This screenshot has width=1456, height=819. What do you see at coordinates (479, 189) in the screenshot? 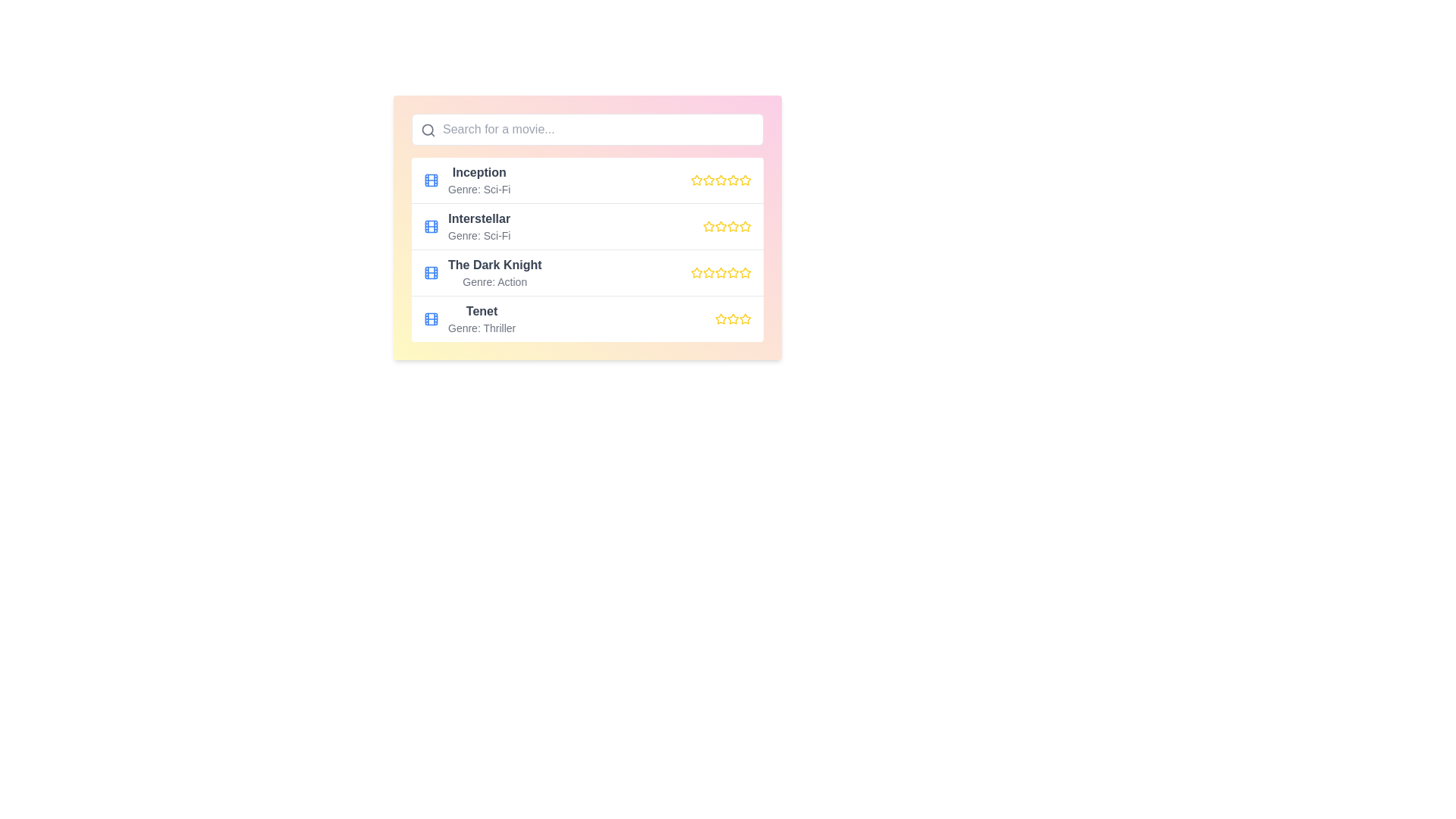
I see `the displayed genre information of the text label showing 'Genre: Sci-Fi' located directly beneath the 'Inception' title` at bounding box center [479, 189].